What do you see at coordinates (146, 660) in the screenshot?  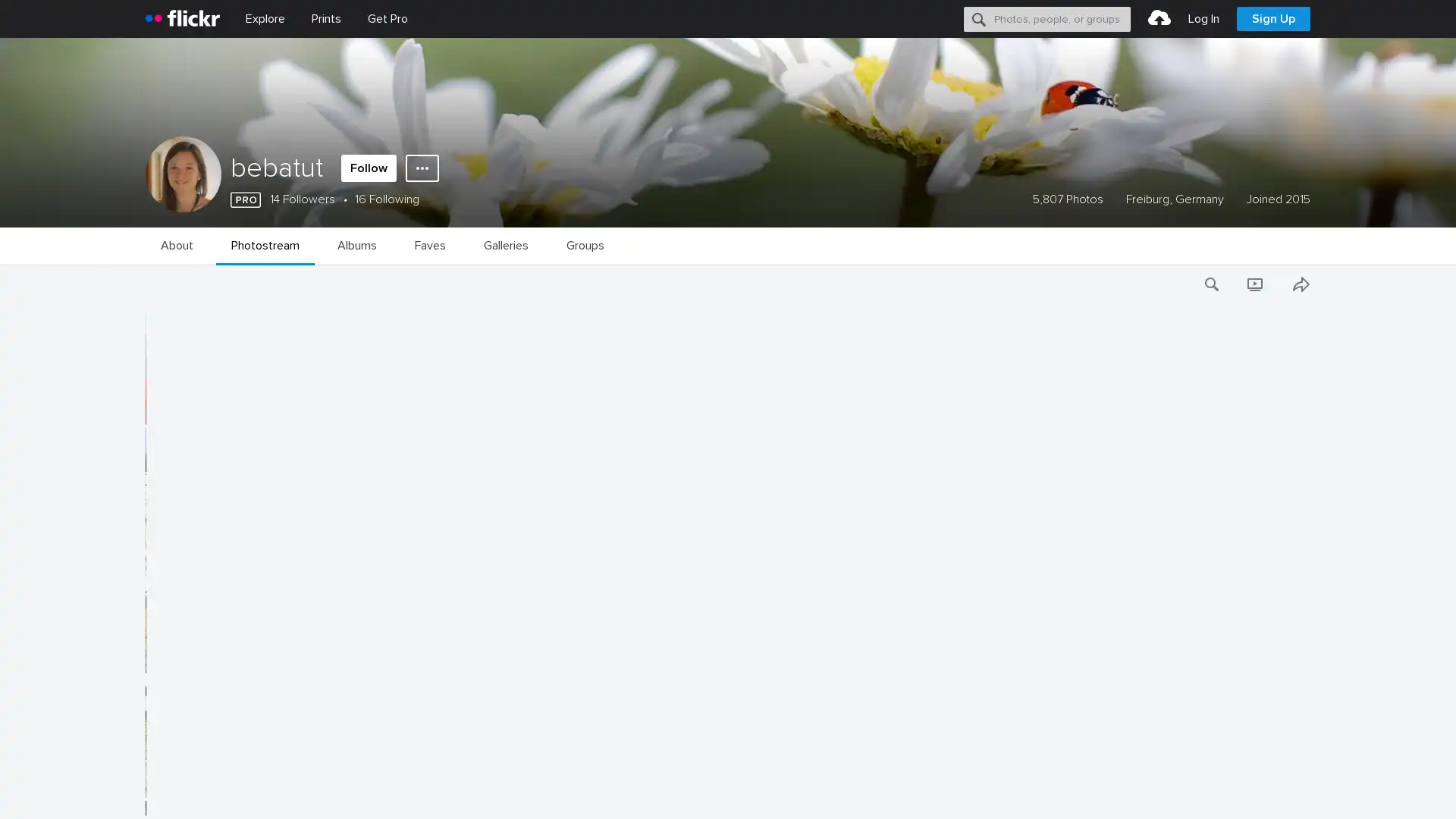 I see `Add to Favorites` at bounding box center [146, 660].